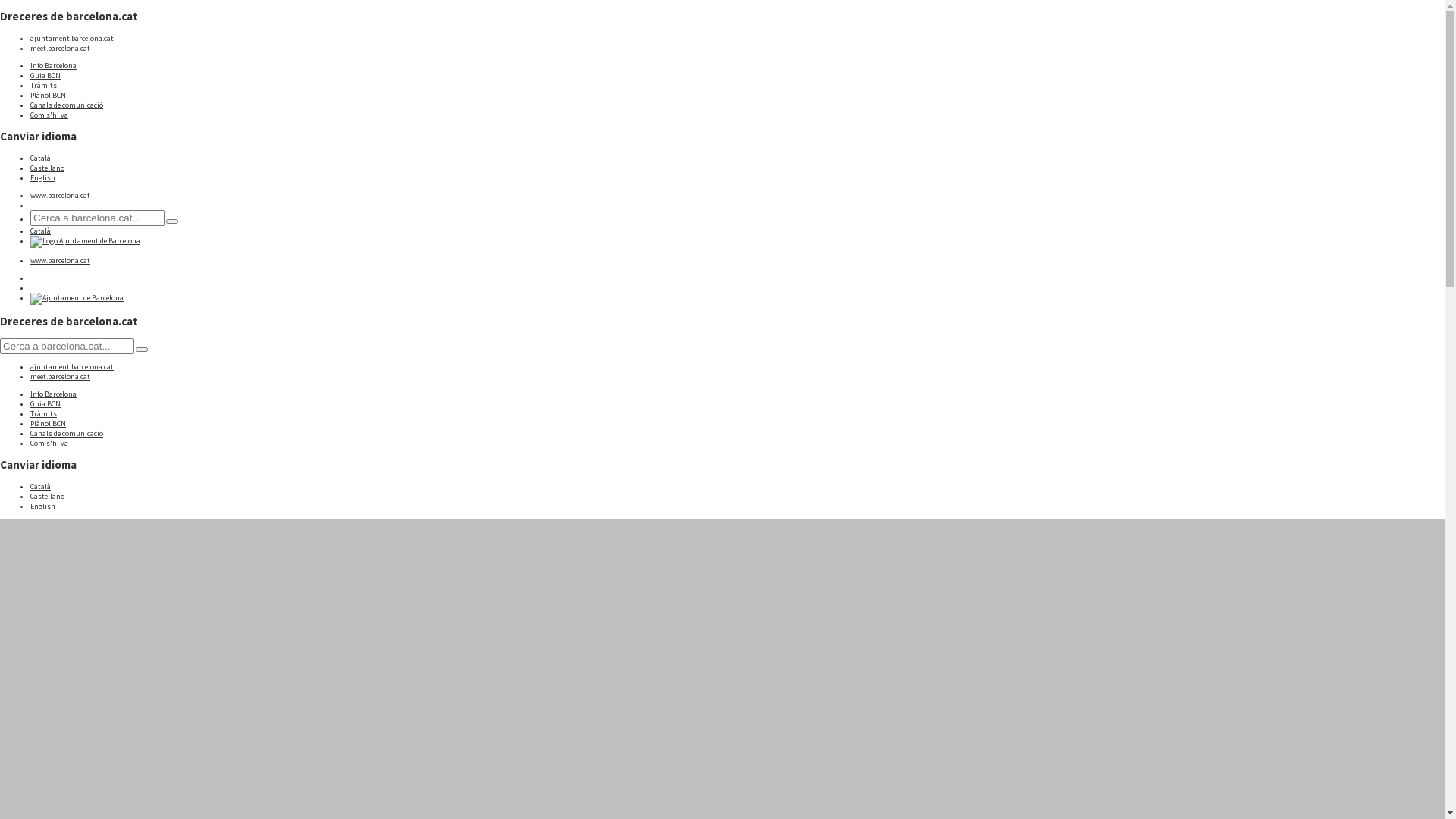  Describe the element at coordinates (171, 221) in the screenshot. I see `'Cerca a barcelona.cat'` at that location.